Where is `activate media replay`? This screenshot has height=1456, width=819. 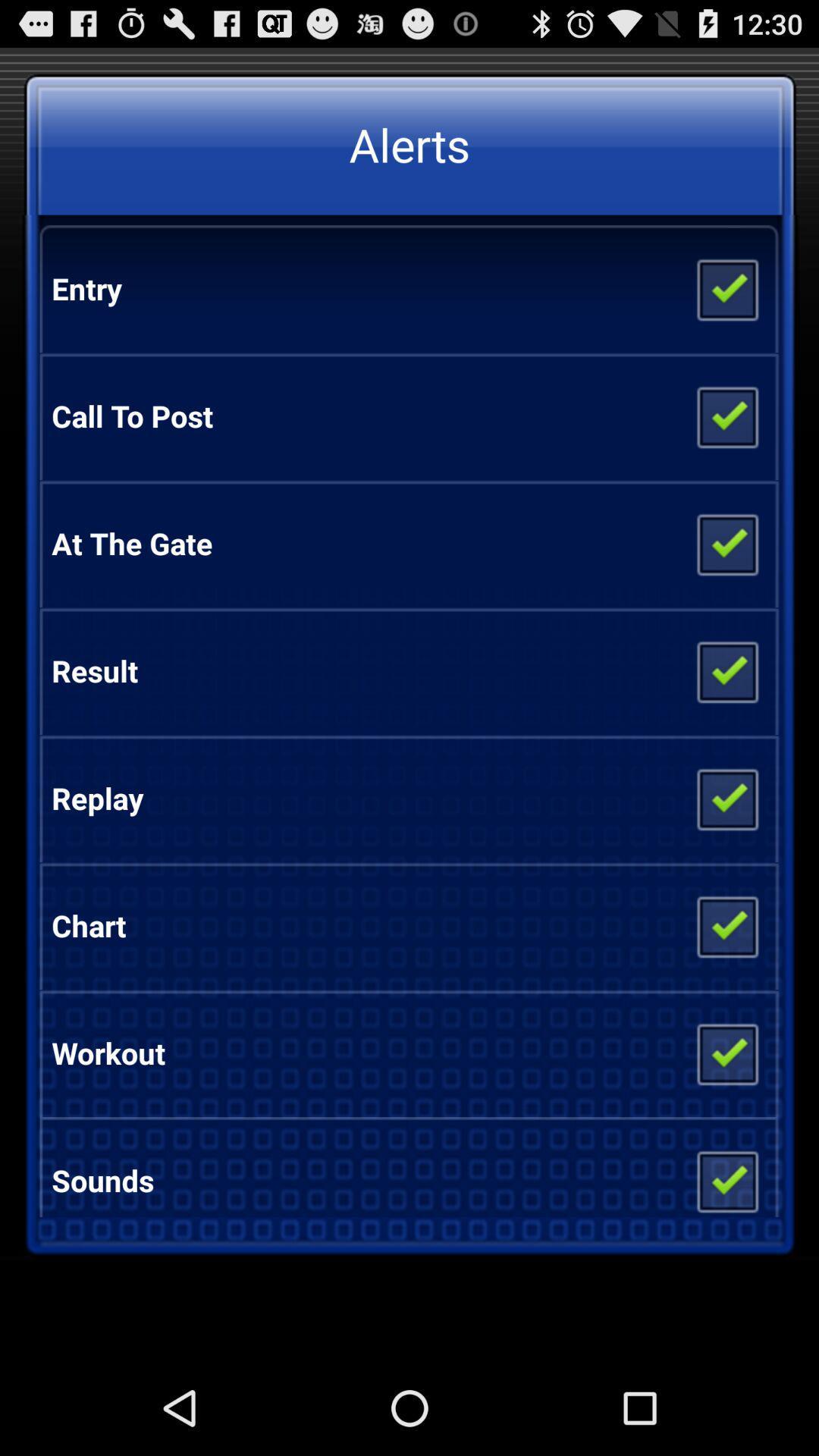
activate media replay is located at coordinates (726, 797).